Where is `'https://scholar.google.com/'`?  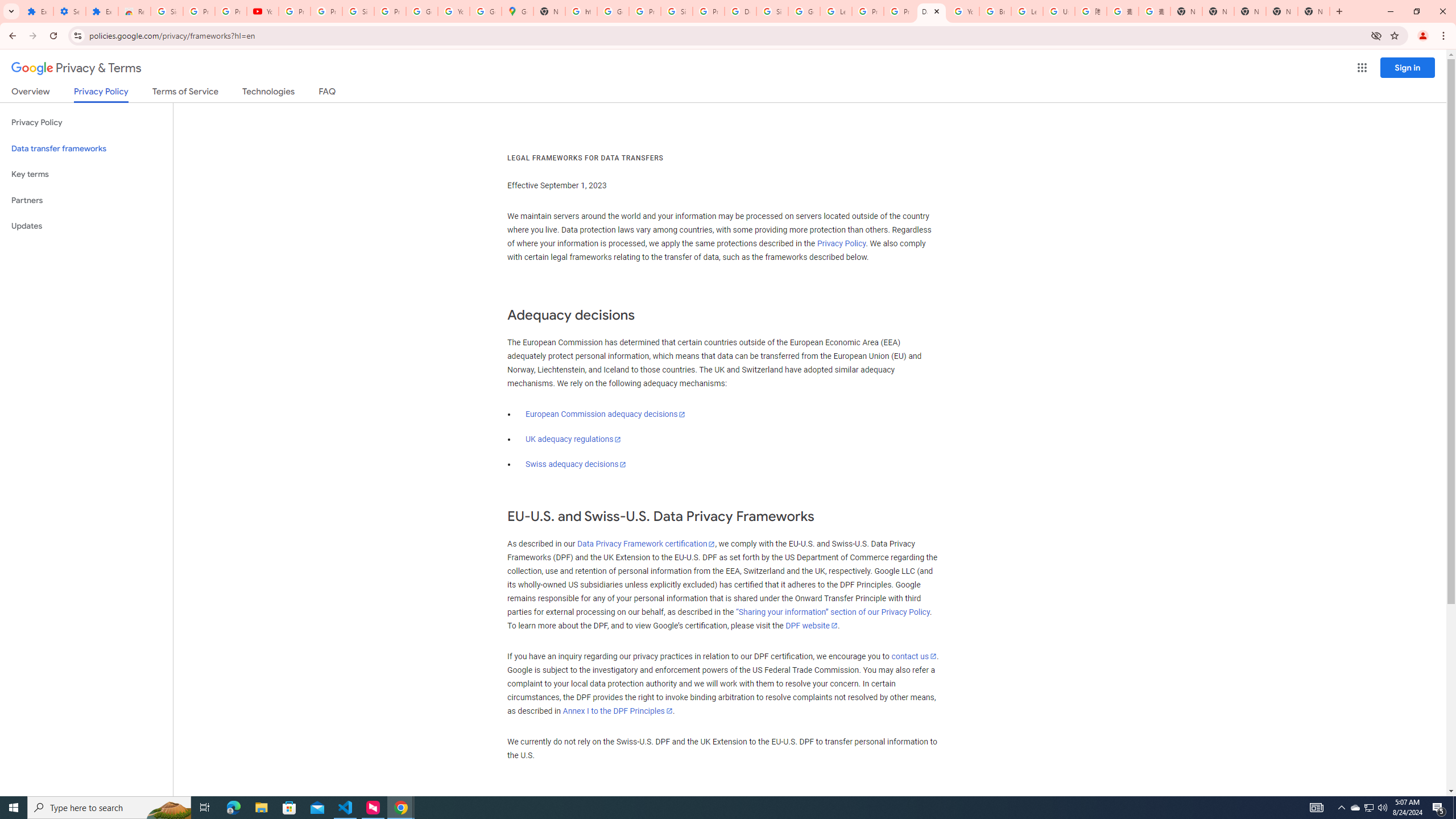 'https://scholar.google.com/' is located at coordinates (581, 11).